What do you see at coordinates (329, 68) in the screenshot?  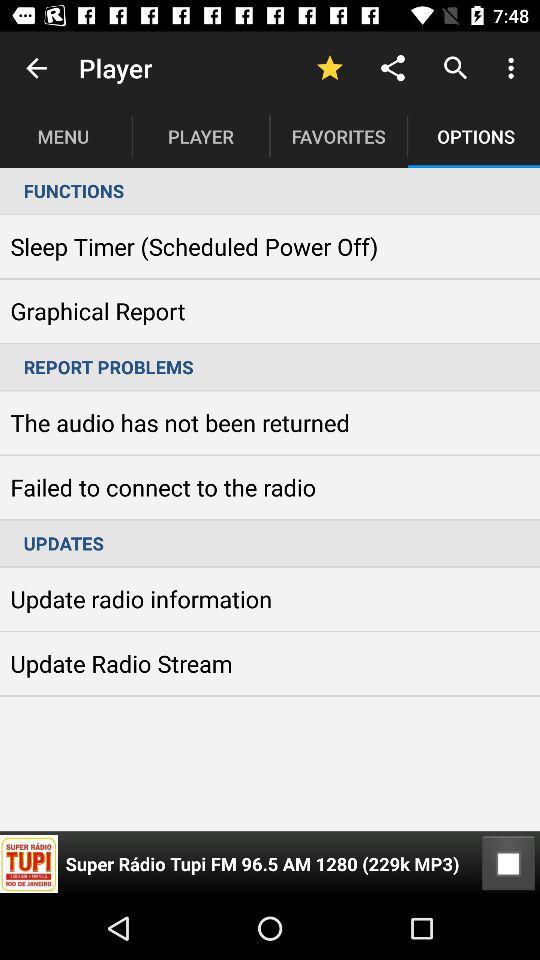 I see `icon to the right of player item` at bounding box center [329, 68].